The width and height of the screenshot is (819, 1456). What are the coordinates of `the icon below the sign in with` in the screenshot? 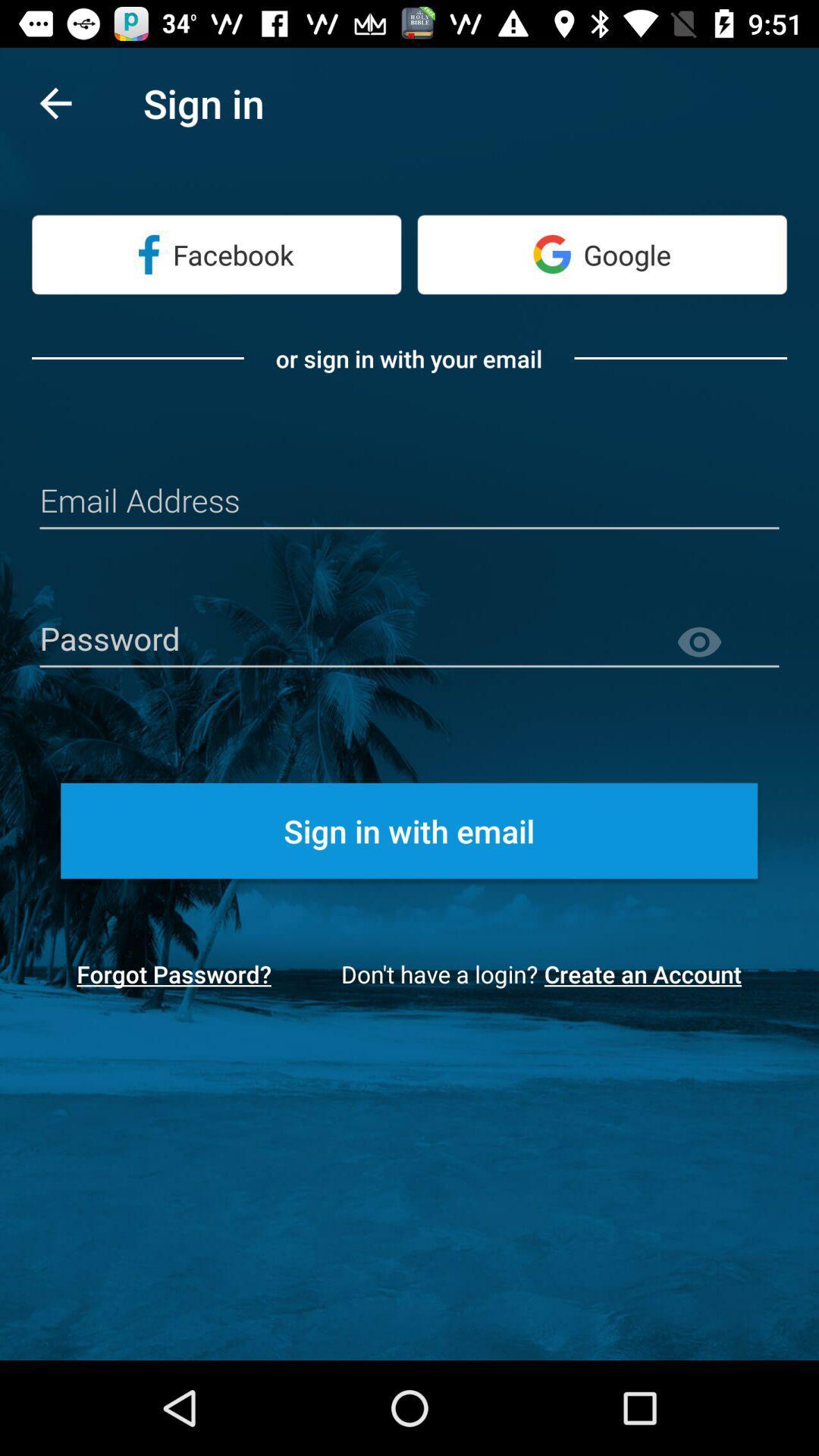 It's located at (173, 974).